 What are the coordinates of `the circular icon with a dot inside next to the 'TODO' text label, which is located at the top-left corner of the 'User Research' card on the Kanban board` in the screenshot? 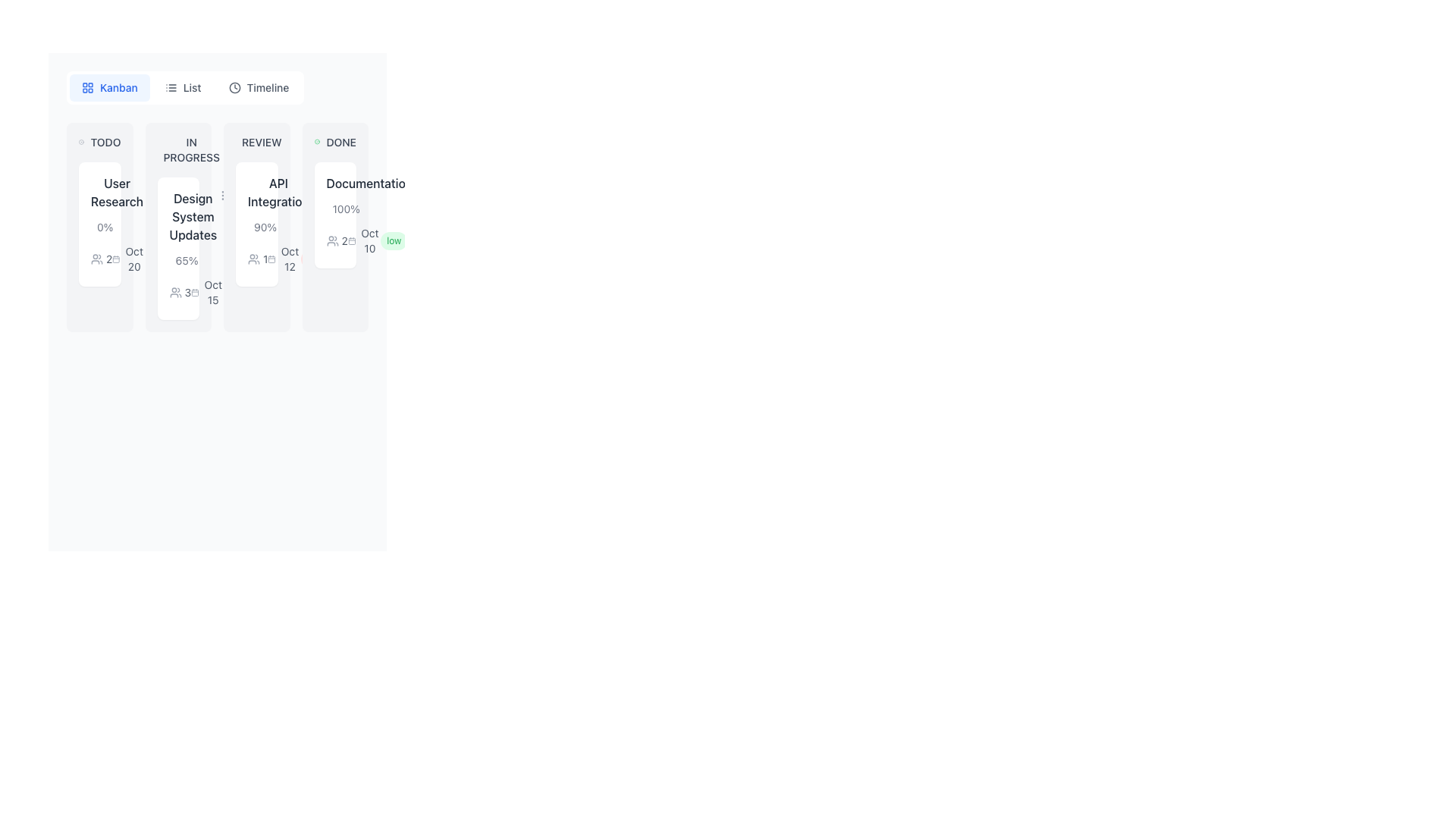 It's located at (99, 143).